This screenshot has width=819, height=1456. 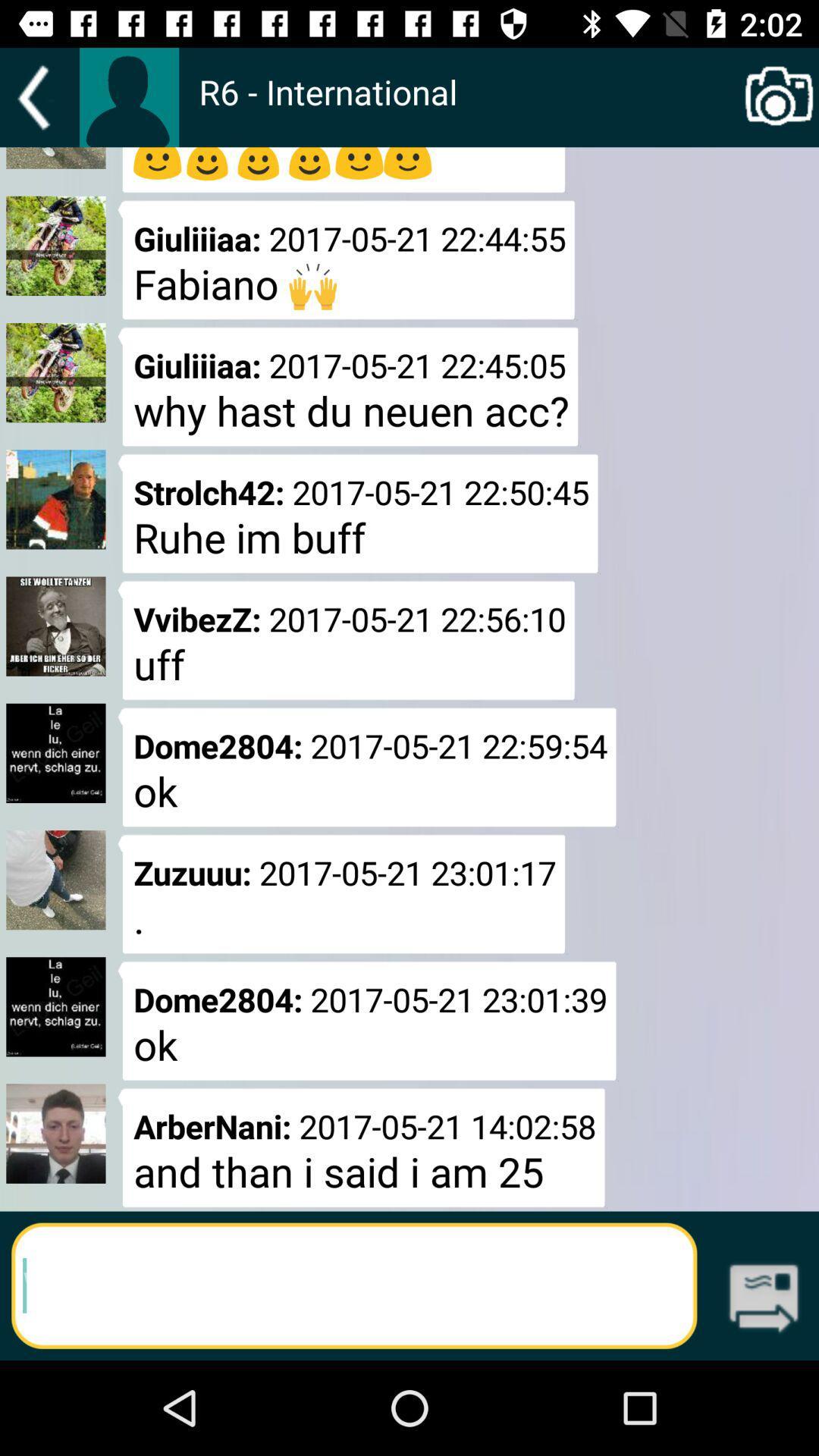 What do you see at coordinates (354, 1285) in the screenshot?
I see `text` at bounding box center [354, 1285].